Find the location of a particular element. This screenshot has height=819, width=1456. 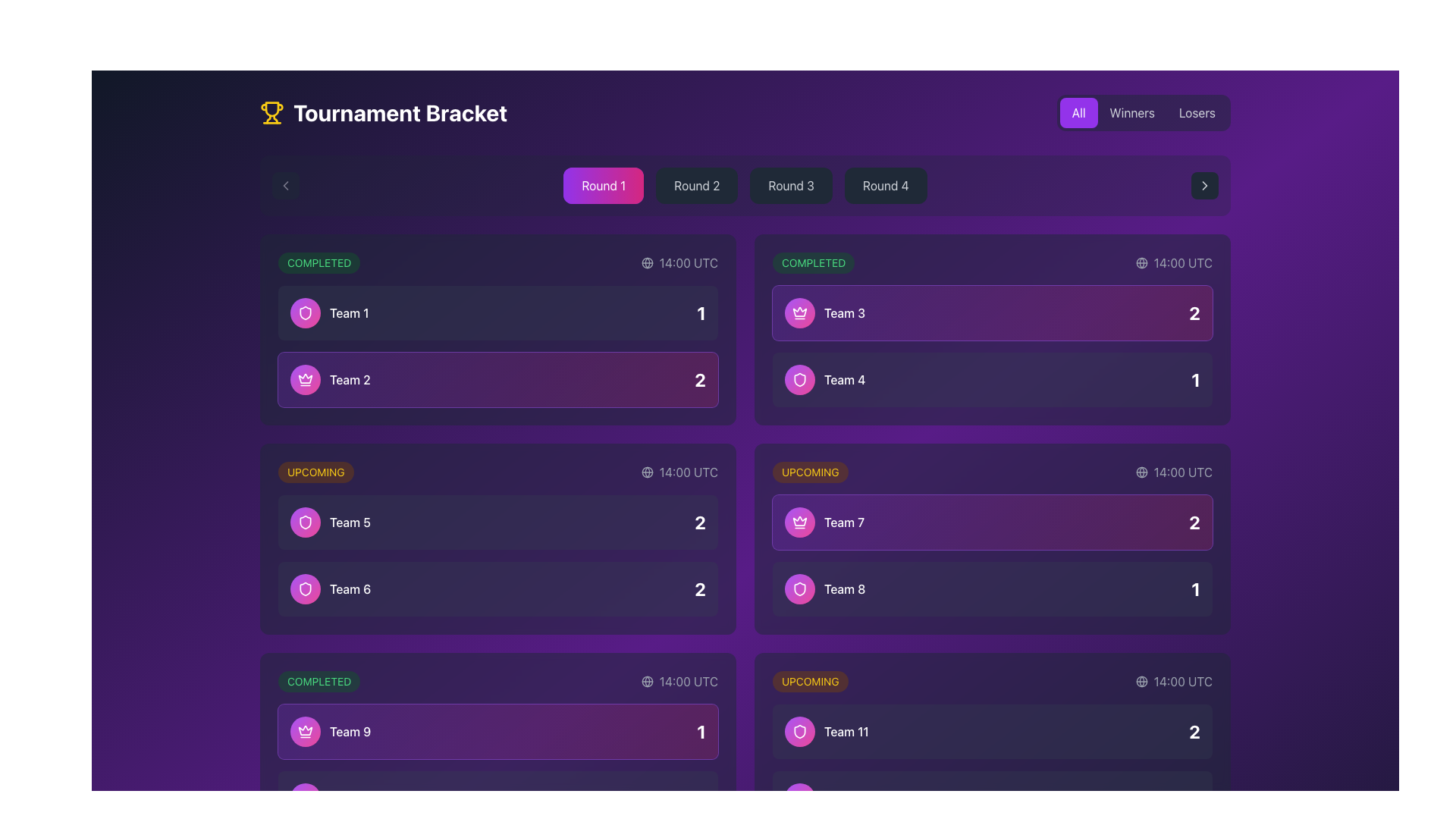

the text label representing 'Team 9' in the tournament bracket to recognize the team being referred to is located at coordinates (350, 730).